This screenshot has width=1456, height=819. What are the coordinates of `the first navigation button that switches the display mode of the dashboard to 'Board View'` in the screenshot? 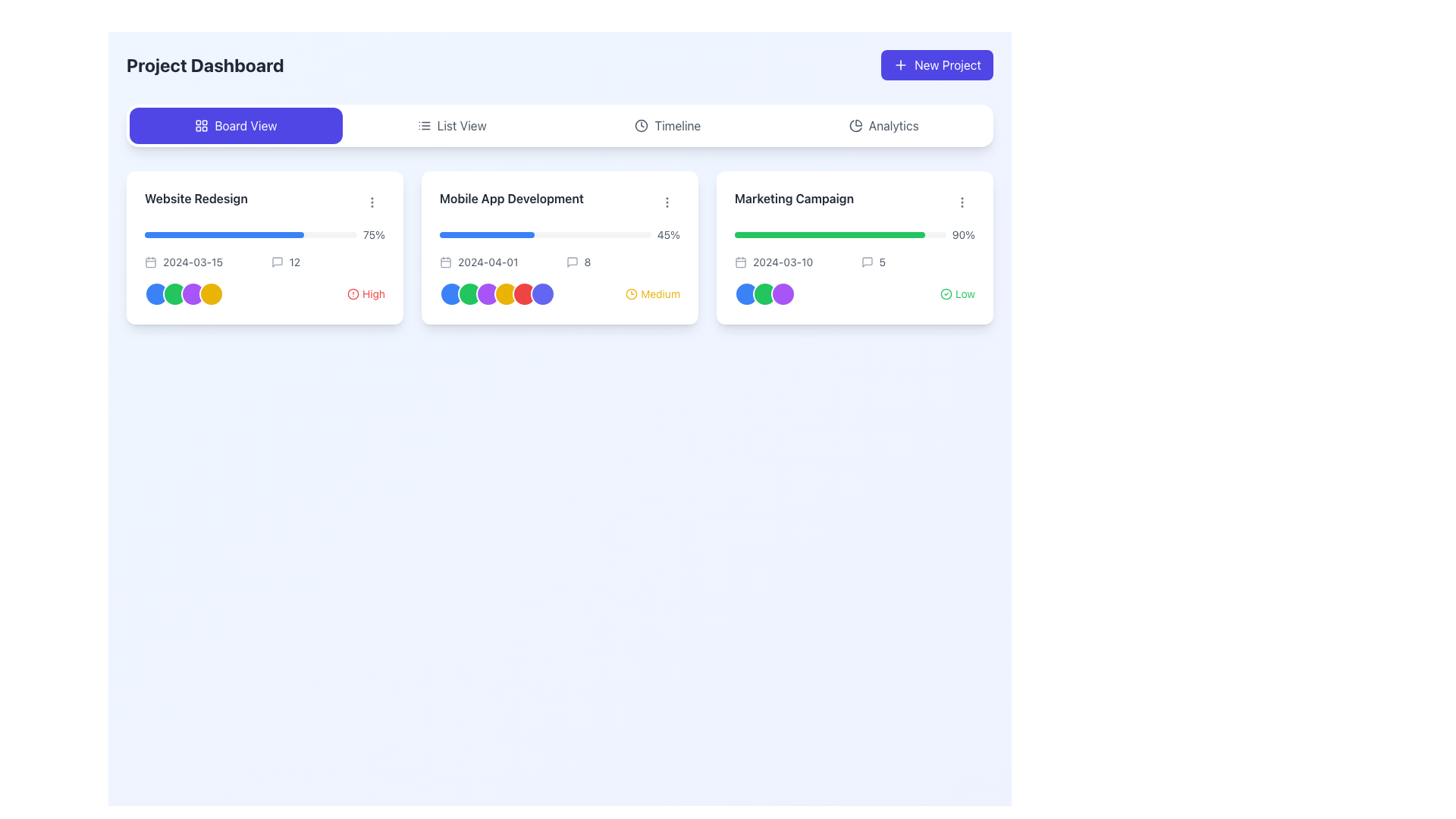 It's located at (235, 124).